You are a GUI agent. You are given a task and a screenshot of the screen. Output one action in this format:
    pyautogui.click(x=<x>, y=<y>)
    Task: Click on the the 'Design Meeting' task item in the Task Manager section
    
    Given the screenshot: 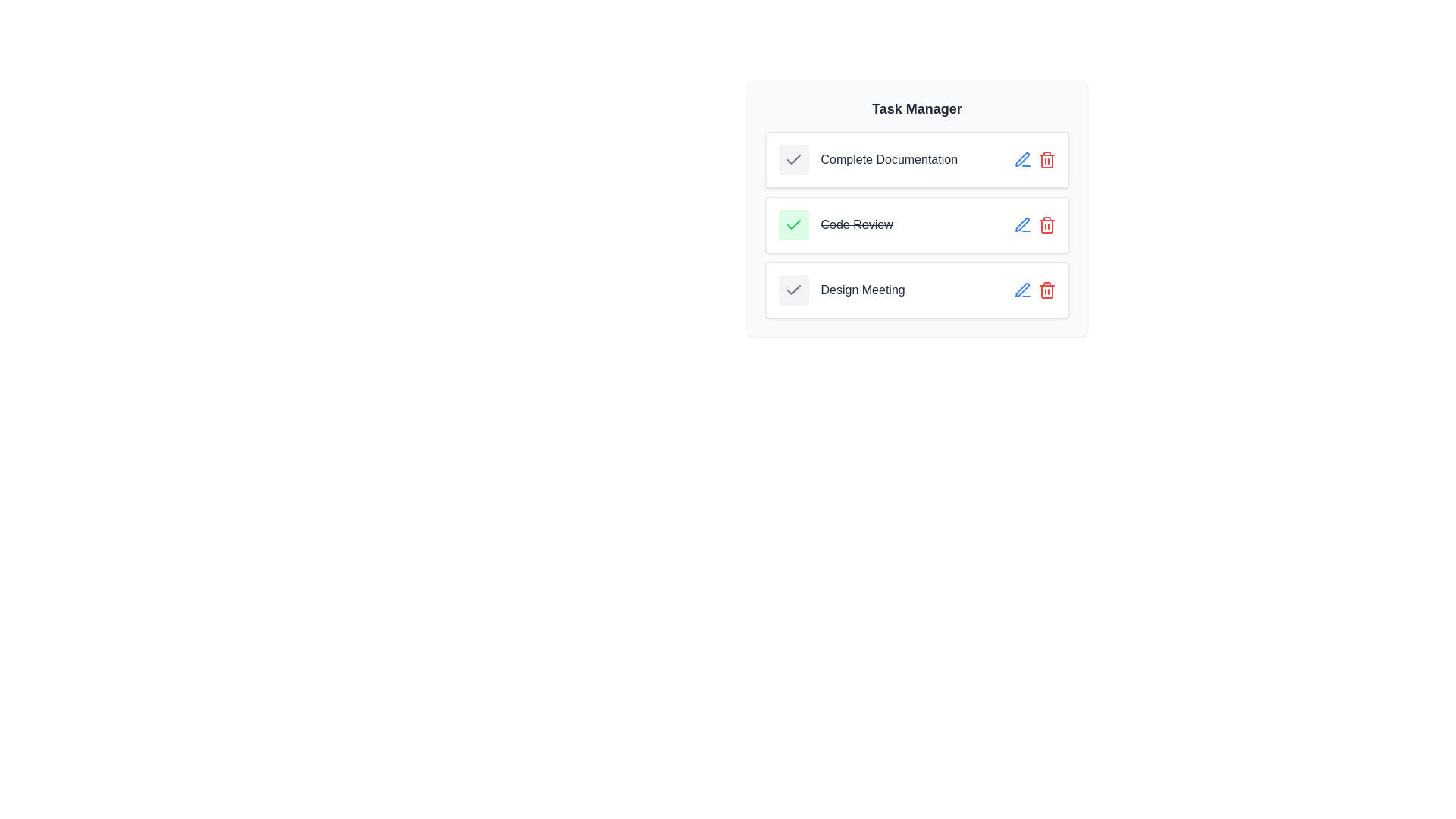 What is the action you would take?
    pyautogui.click(x=841, y=290)
    